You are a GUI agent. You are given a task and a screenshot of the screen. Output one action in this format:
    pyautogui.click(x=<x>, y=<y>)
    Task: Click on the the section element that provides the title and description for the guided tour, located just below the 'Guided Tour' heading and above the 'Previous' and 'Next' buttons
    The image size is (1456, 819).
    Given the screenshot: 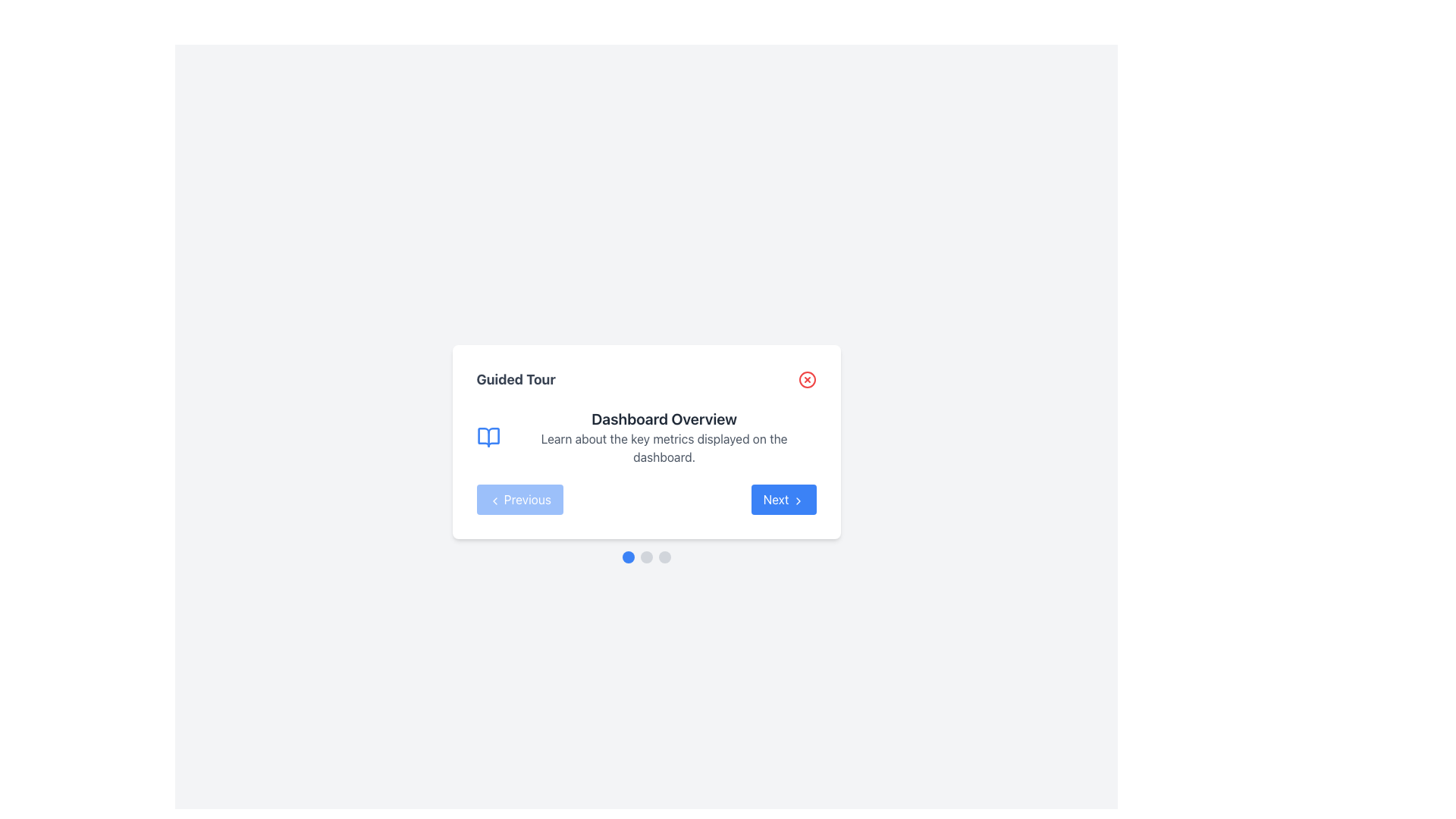 What is the action you would take?
    pyautogui.click(x=646, y=438)
    